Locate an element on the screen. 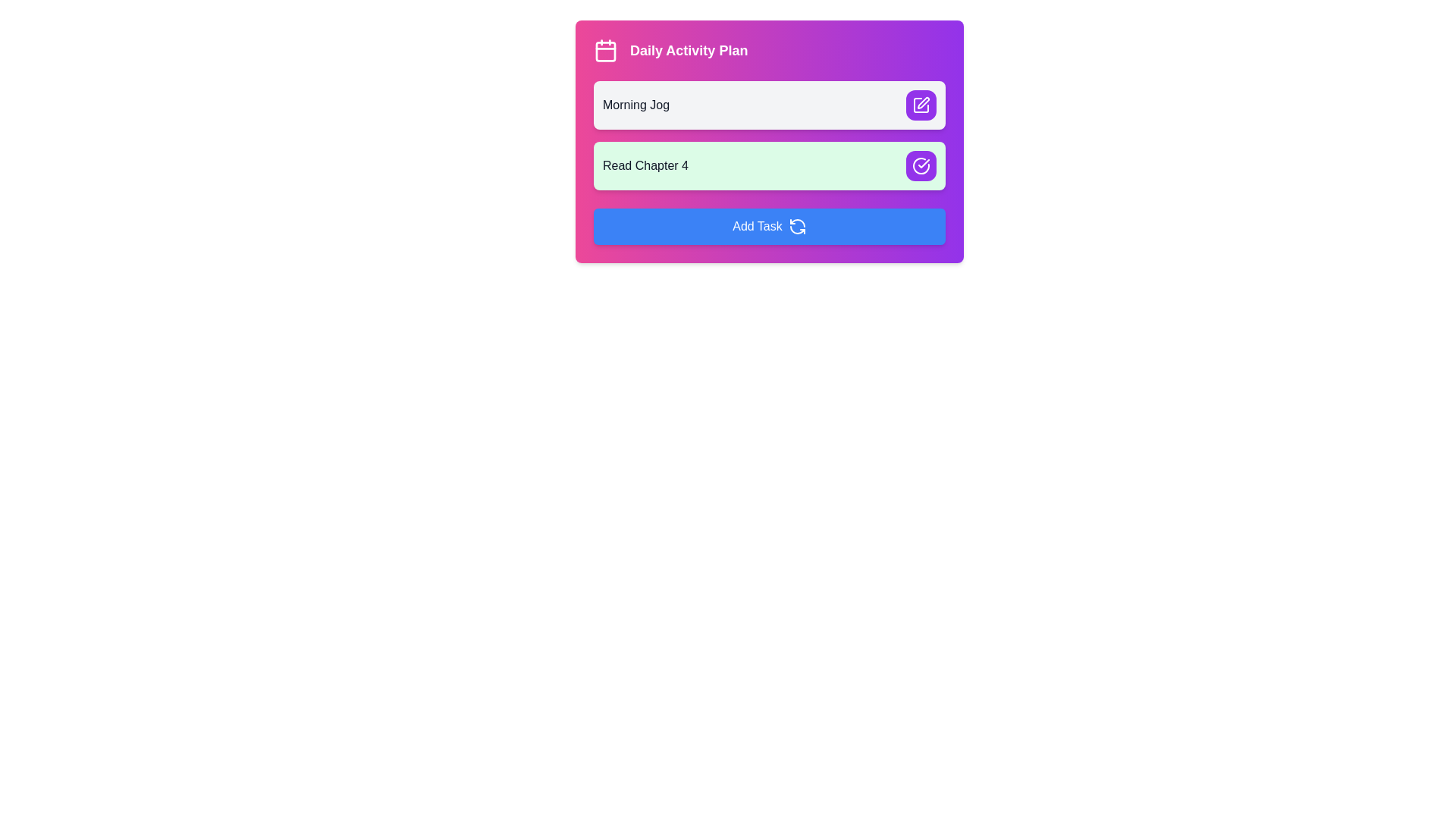  the button with an embedded icon located in the lower card section labeled 'Read Chapter 4' is located at coordinates (920, 166).